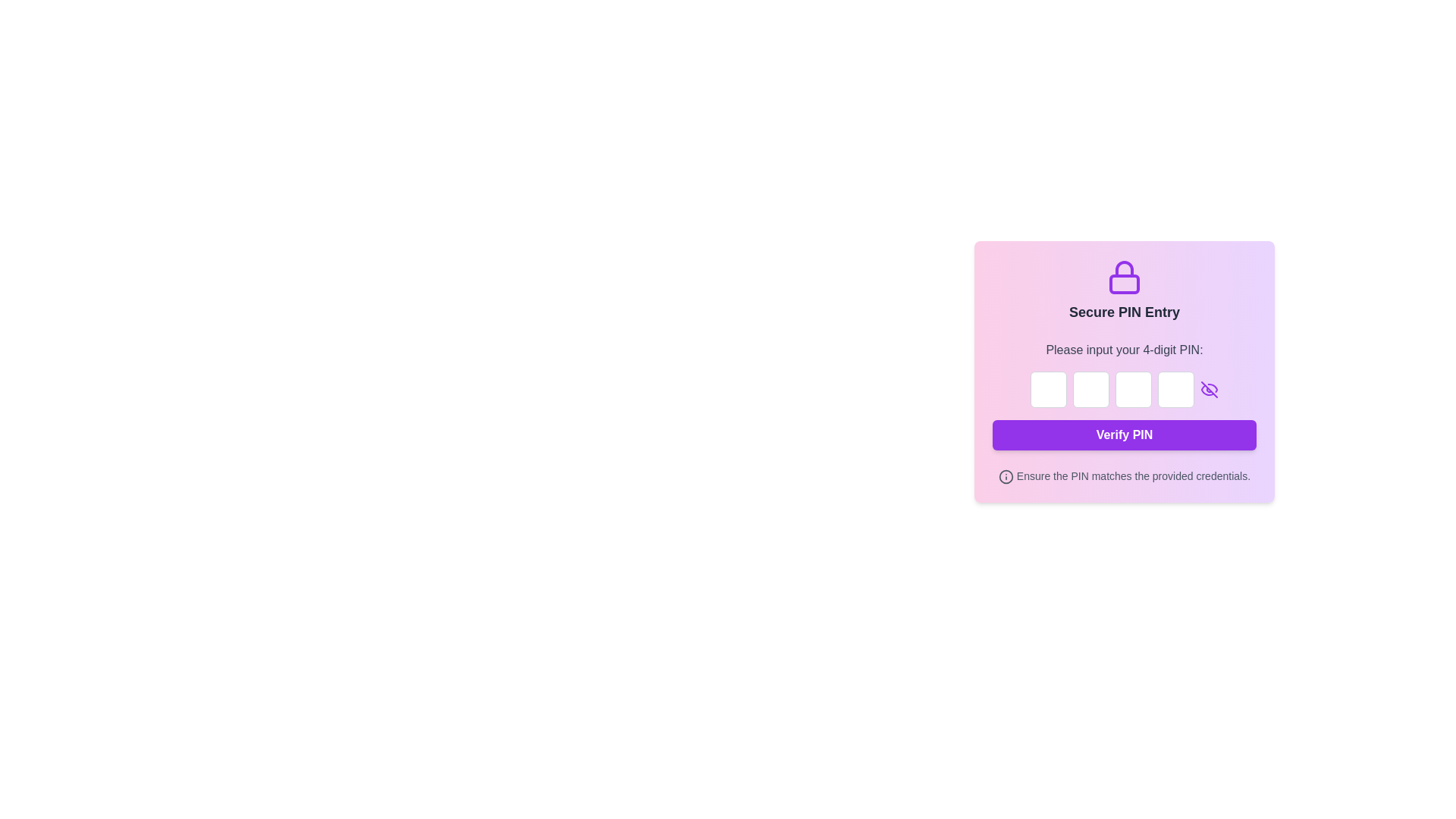 Image resolution: width=1456 pixels, height=819 pixels. What do you see at coordinates (1125, 475) in the screenshot?
I see `the information icon located to the left of the text block that reads 'Ensure the PIN matches the provided credentials.'` at bounding box center [1125, 475].